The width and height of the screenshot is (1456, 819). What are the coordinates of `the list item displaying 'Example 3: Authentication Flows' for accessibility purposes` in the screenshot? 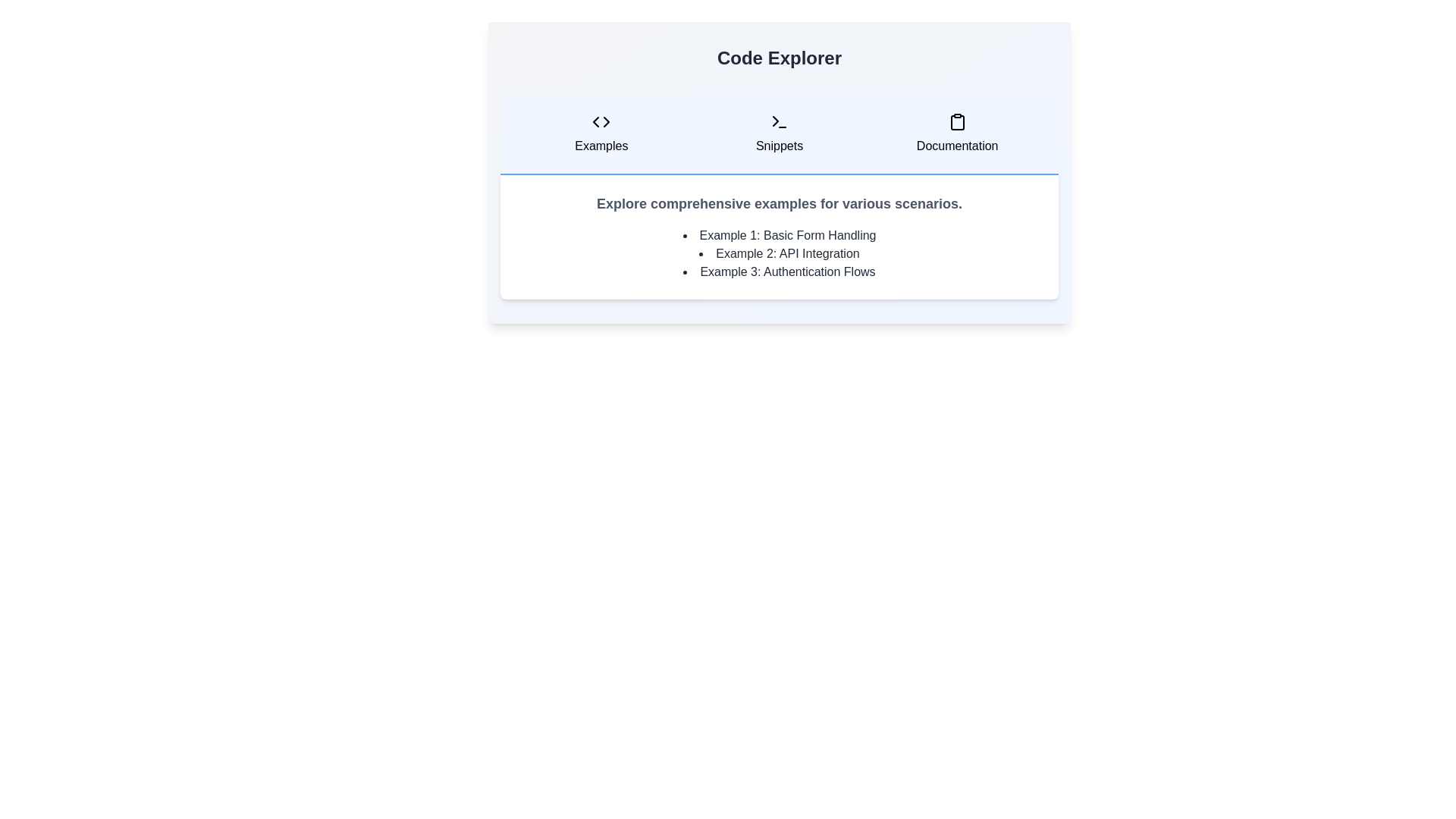 It's located at (779, 271).